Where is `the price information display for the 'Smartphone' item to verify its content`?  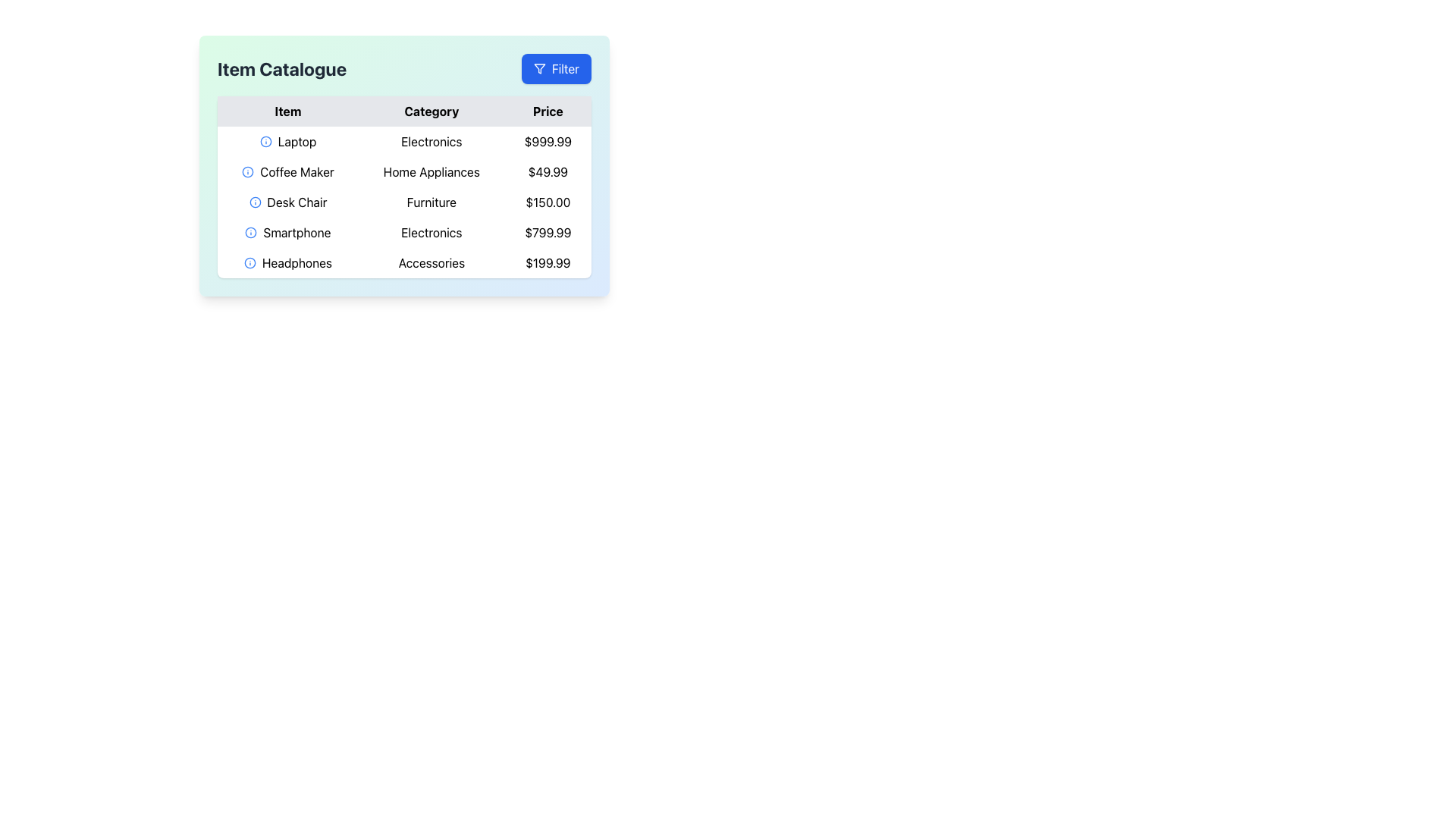 the price information display for the 'Smartphone' item to verify its content is located at coordinates (547, 233).